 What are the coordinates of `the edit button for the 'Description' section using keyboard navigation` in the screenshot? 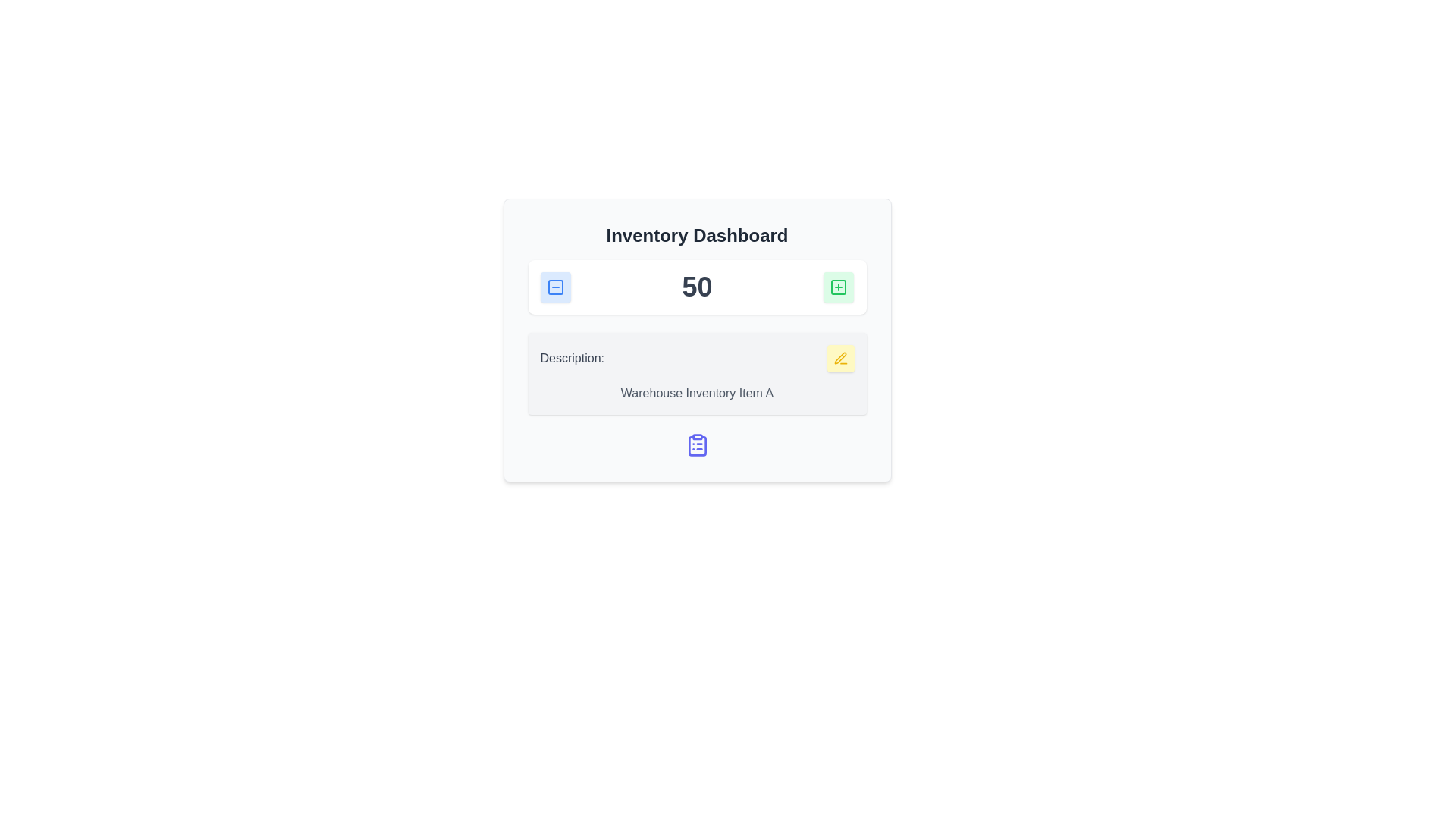 It's located at (839, 359).